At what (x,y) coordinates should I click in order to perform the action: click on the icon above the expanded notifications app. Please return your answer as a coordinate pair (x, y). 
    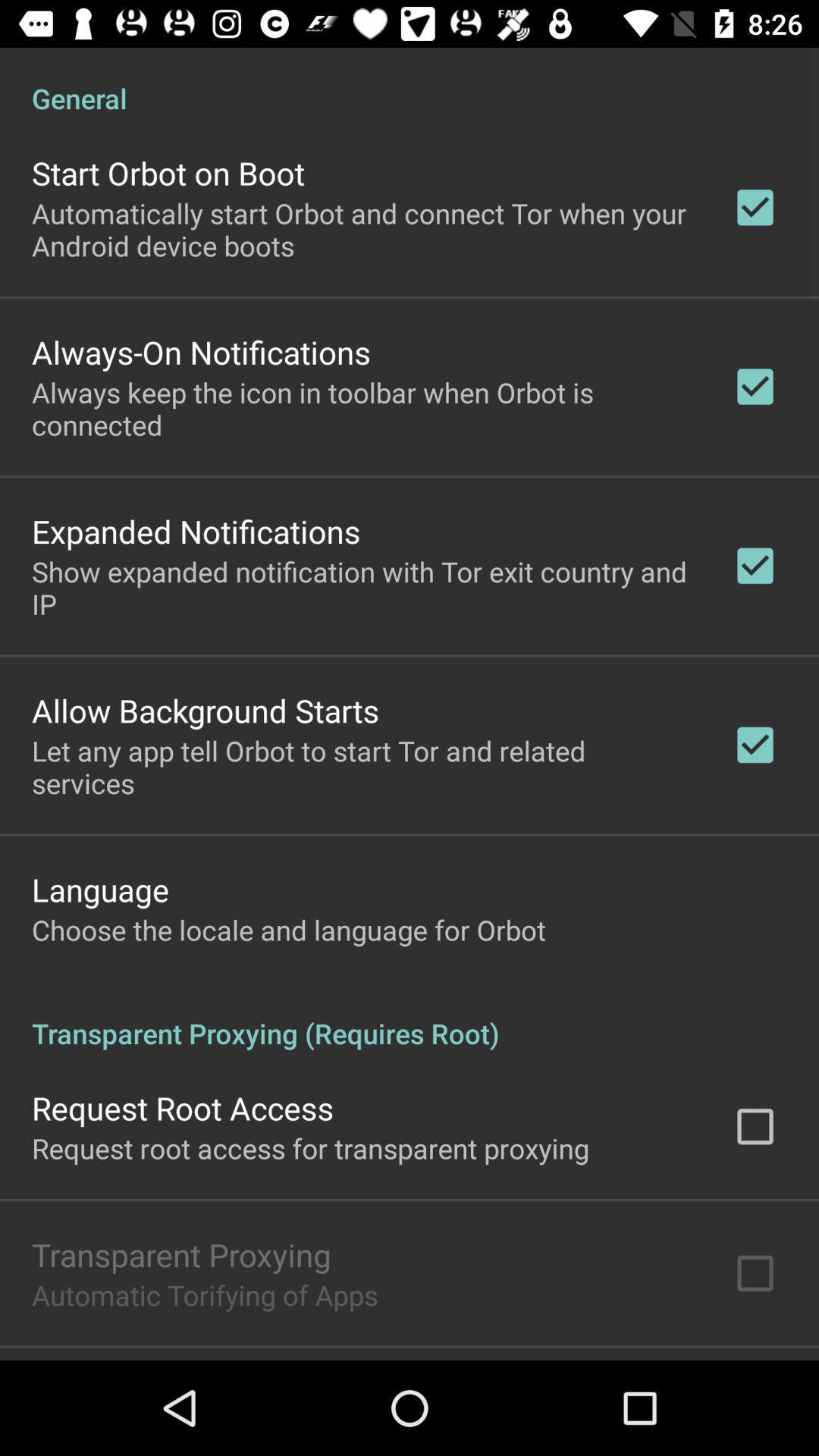
    Looking at the image, I should click on (362, 408).